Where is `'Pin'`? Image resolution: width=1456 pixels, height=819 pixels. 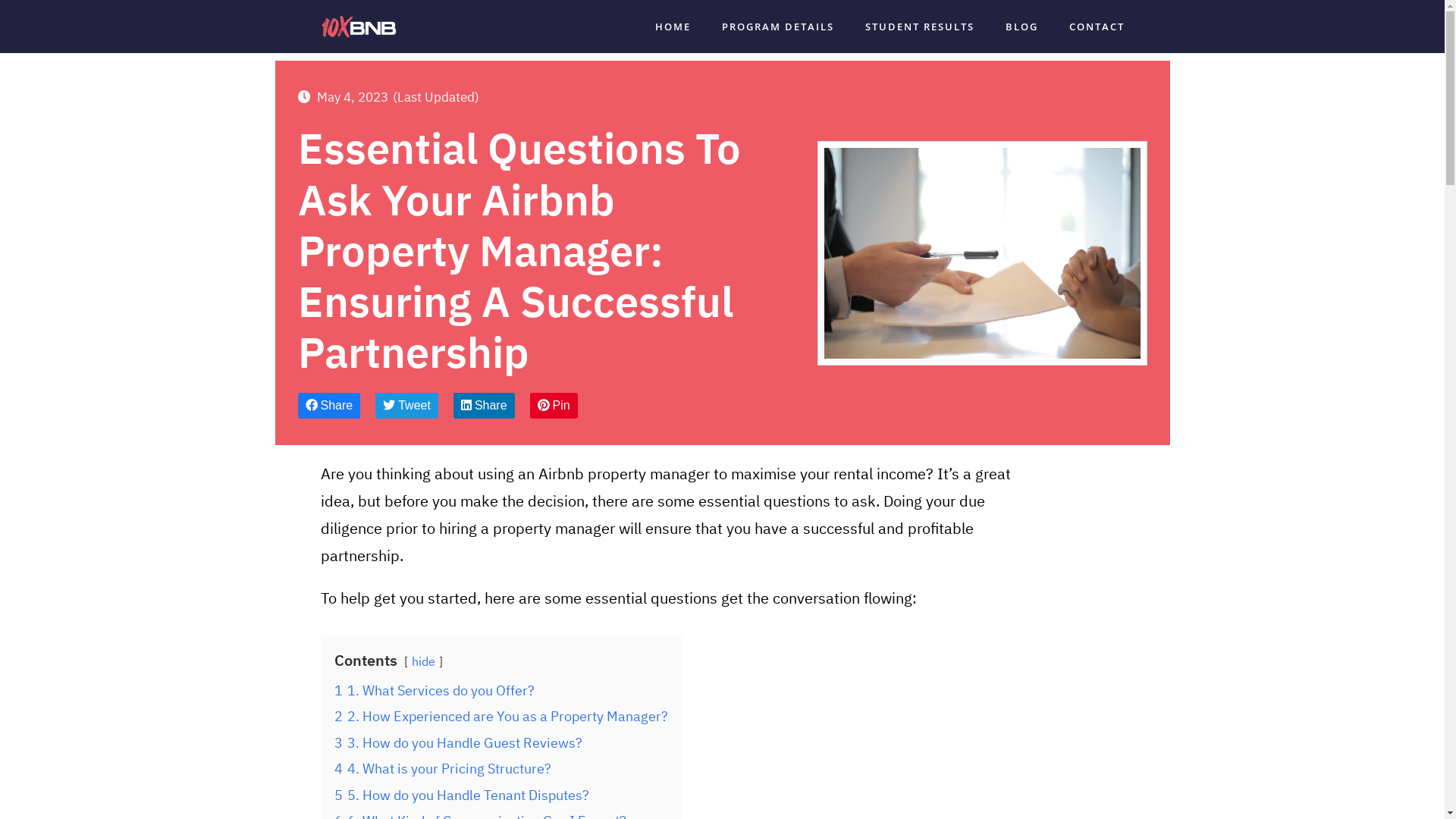
'Pin' is located at coordinates (553, 405).